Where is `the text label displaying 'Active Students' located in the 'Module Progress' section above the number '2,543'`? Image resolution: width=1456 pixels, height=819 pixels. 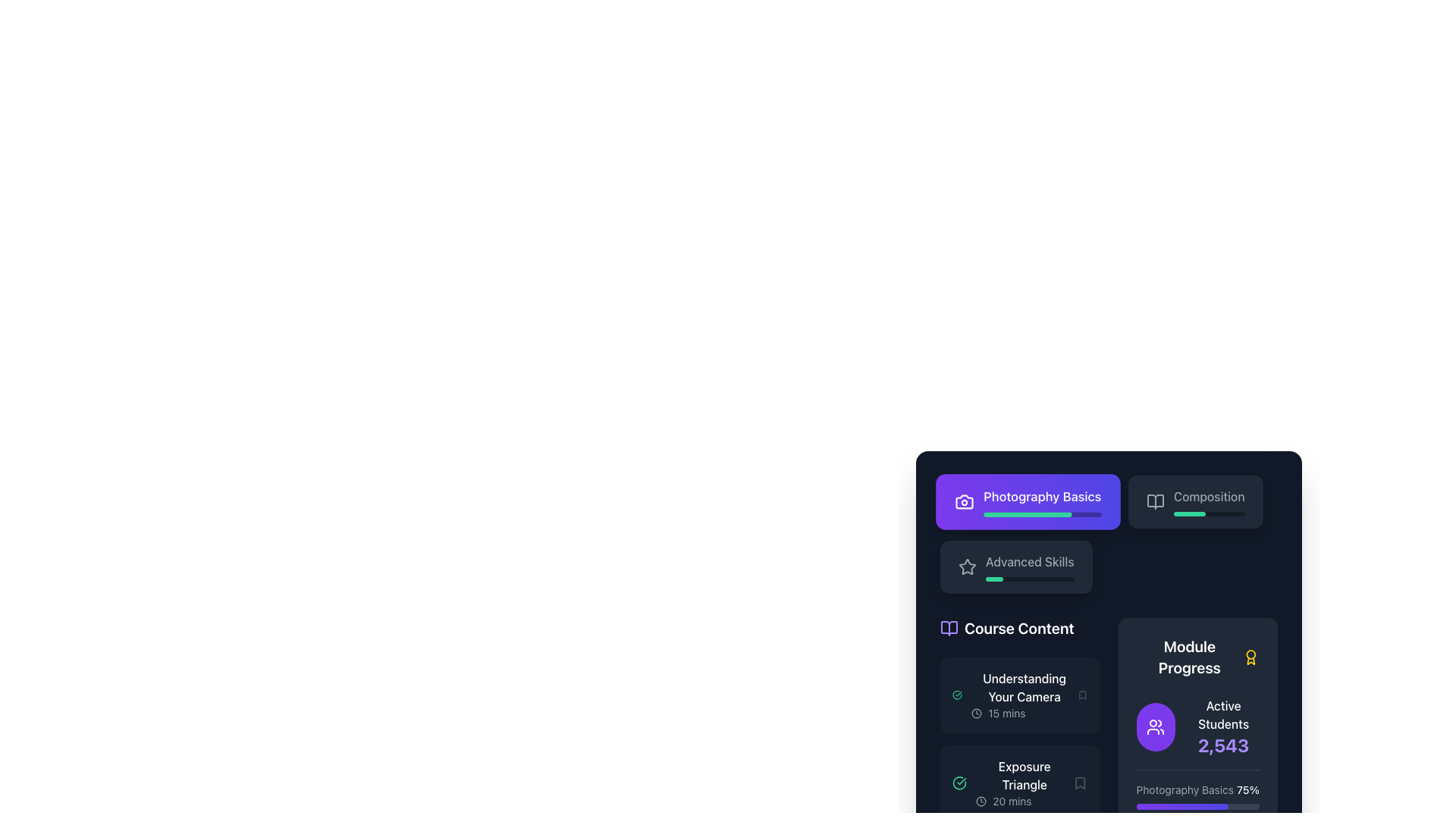 the text label displaying 'Active Students' located in the 'Module Progress' section above the number '2,543' is located at coordinates (1223, 714).